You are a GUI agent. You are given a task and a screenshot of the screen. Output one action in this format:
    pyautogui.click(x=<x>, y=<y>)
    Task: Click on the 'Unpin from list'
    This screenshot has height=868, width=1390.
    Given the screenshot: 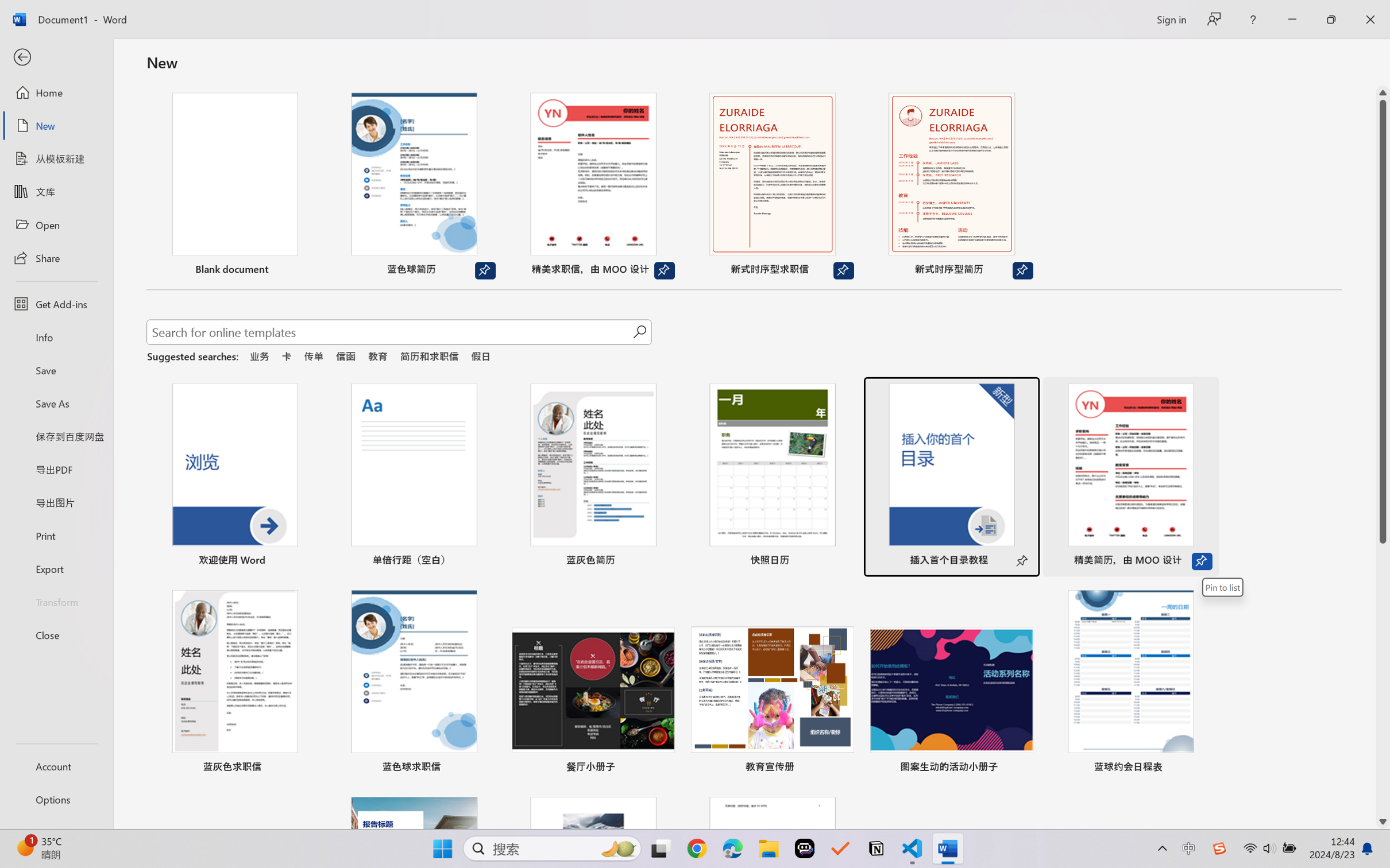 What is the action you would take?
    pyautogui.click(x=1022, y=271)
    